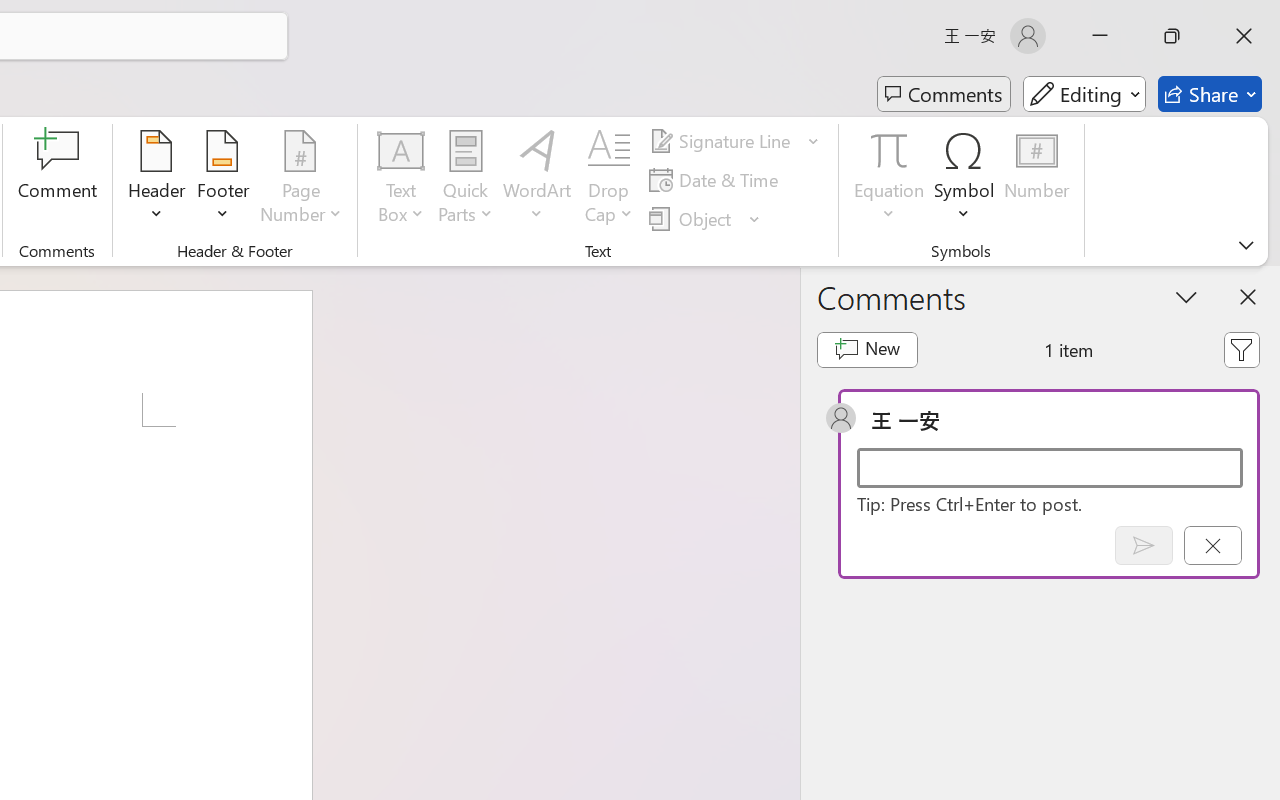 The height and width of the screenshot is (800, 1280). Describe the element at coordinates (608, 179) in the screenshot. I see `'Drop Cap'` at that location.